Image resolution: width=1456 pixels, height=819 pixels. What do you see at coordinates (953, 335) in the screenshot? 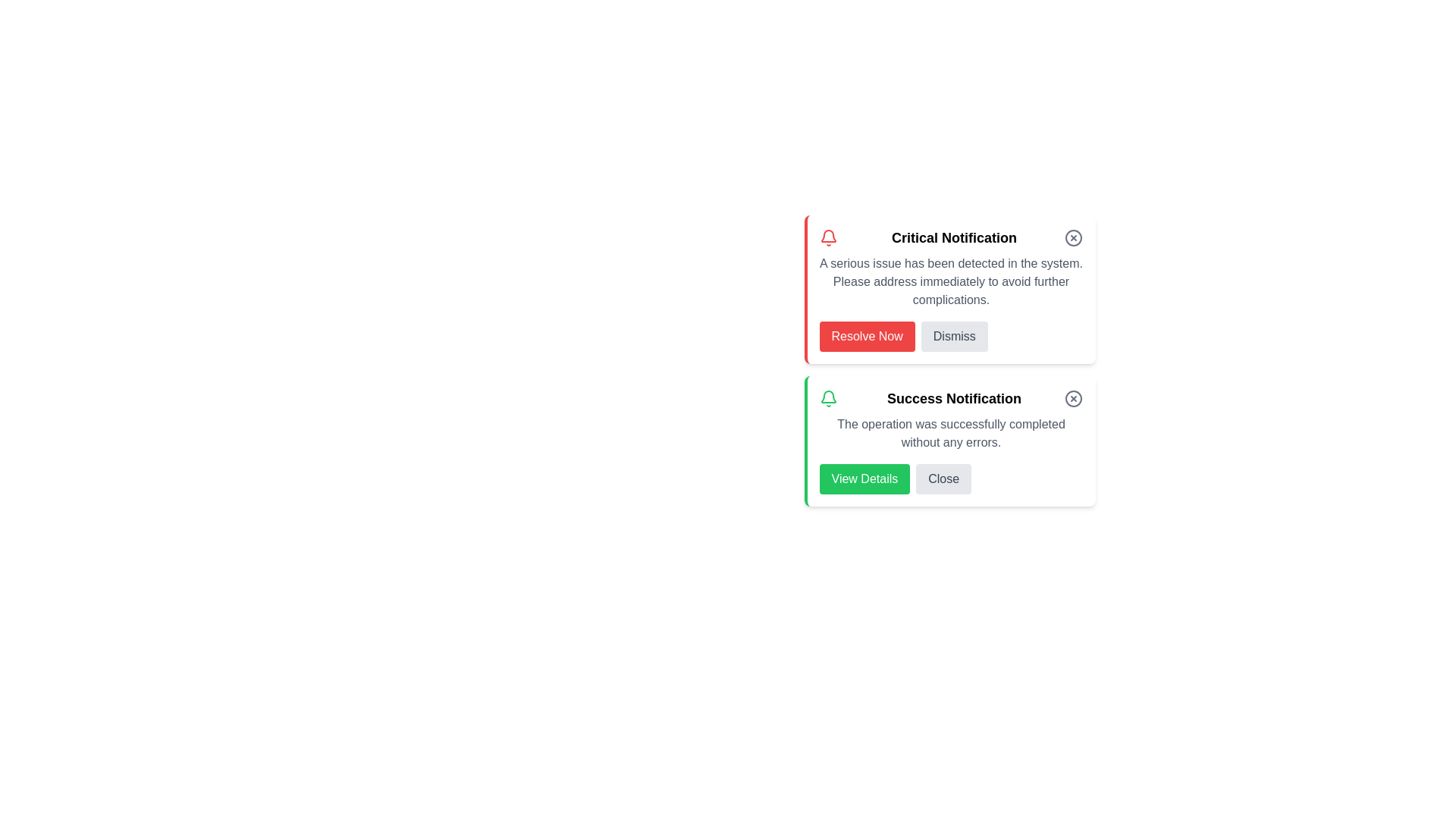
I see `the dismiss button located in the notification panel` at bounding box center [953, 335].